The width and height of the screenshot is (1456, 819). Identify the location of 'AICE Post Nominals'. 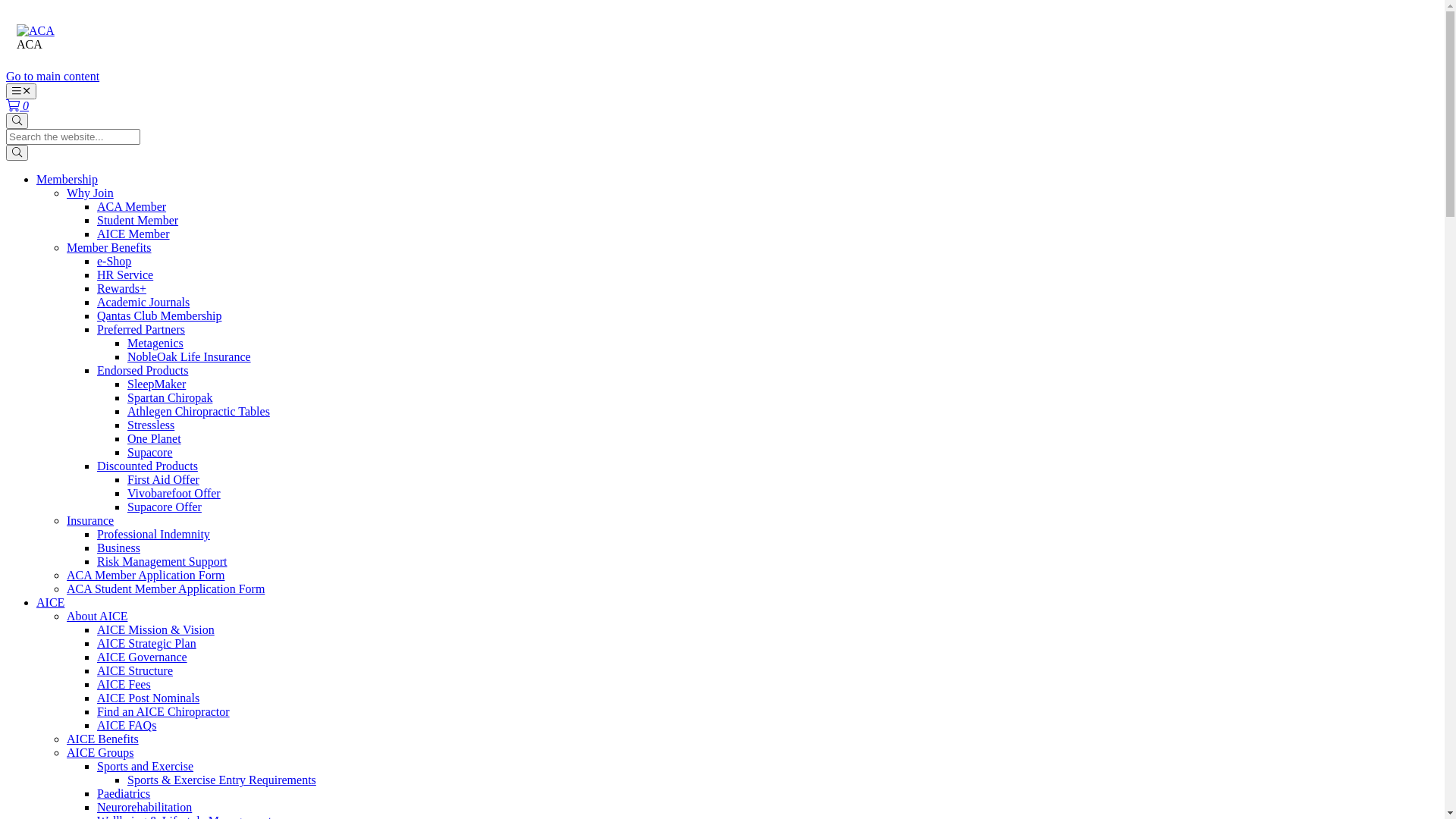
(148, 698).